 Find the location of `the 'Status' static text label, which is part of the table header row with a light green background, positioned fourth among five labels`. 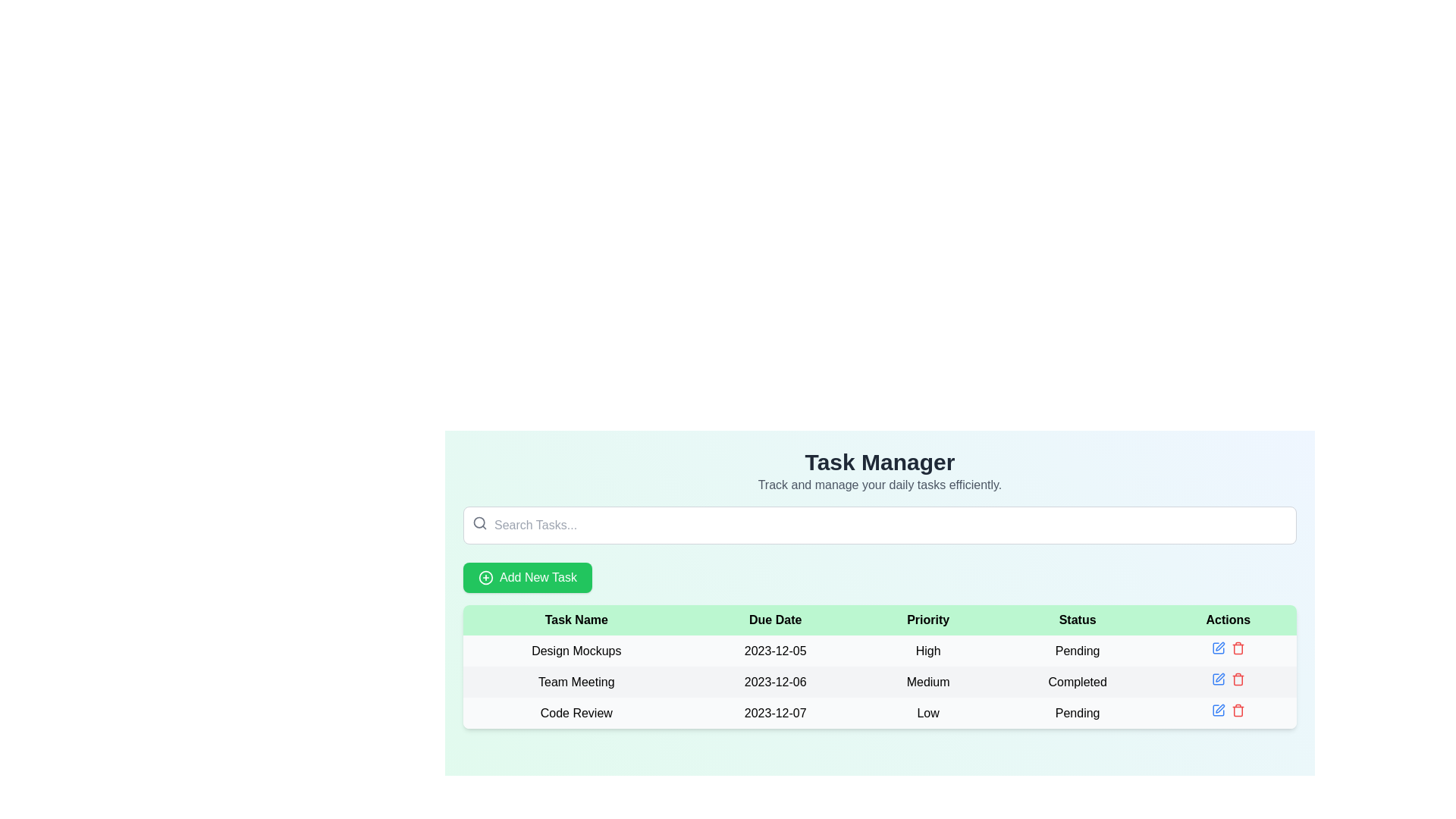

the 'Status' static text label, which is part of the table header row with a light green background, positioned fourth among five labels is located at coordinates (1077, 620).